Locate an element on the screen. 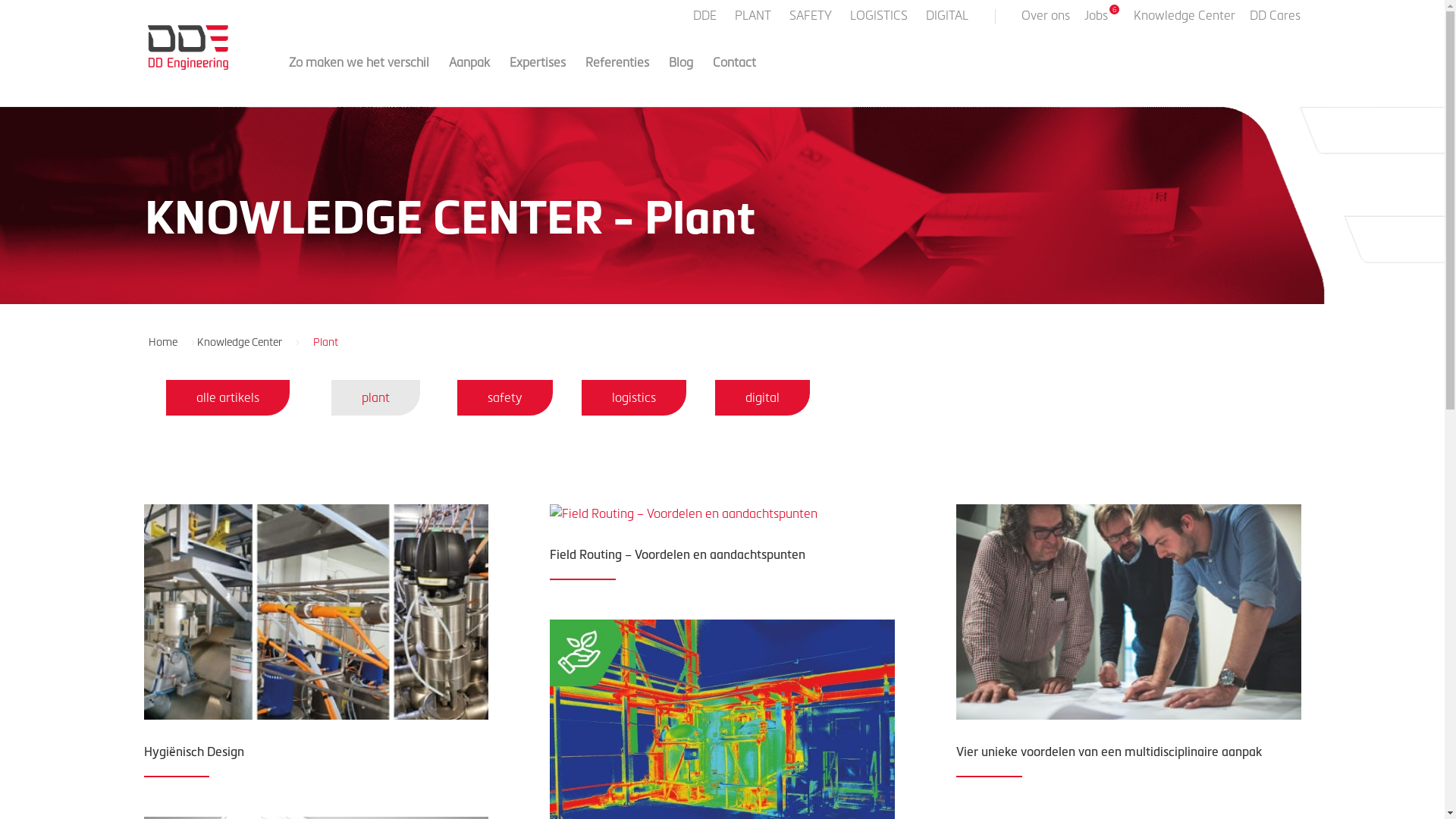  'LOGISTICS' is located at coordinates (880, 20).